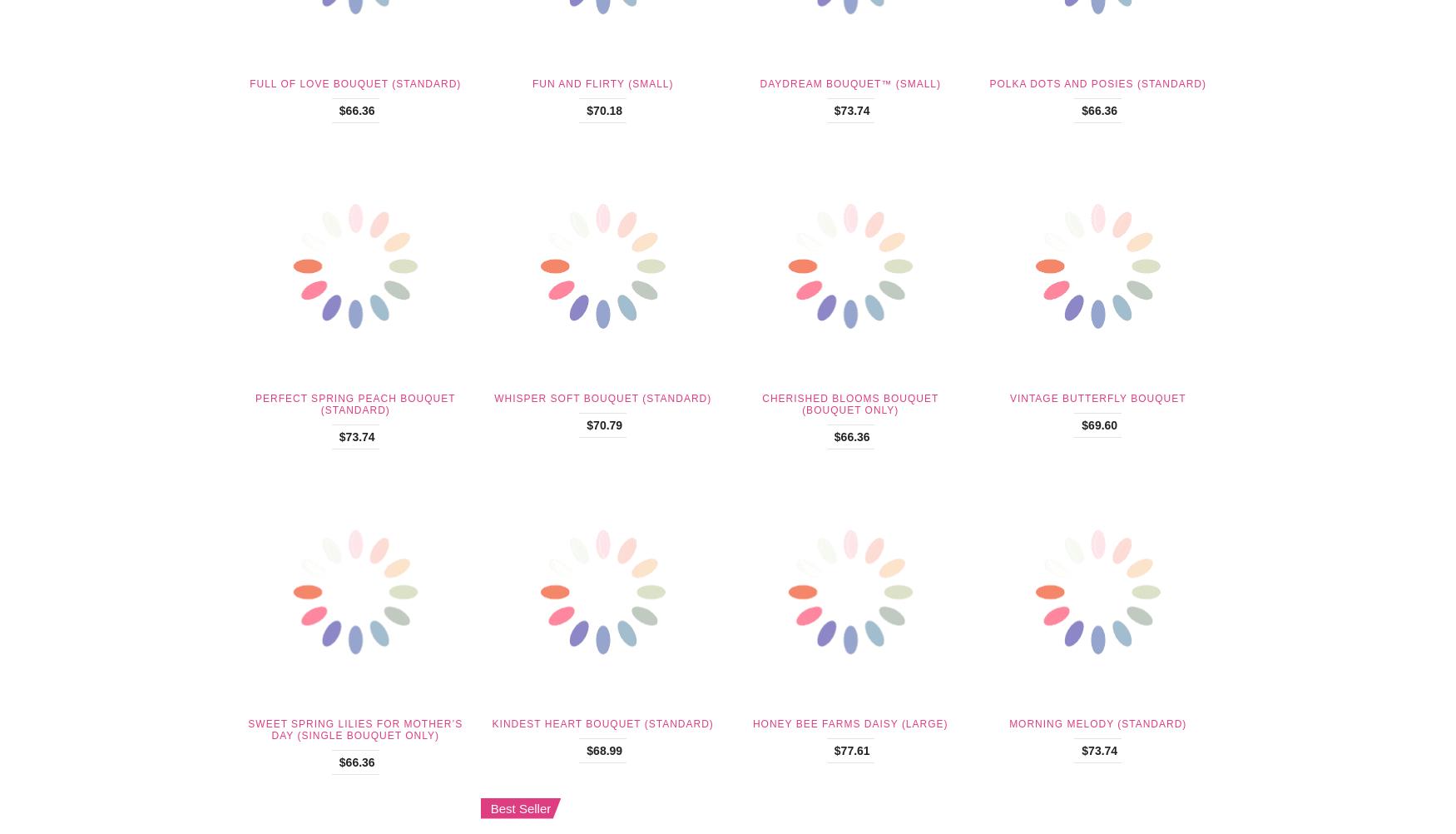 The width and height of the screenshot is (1456, 834). I want to click on 'Best Seller', so click(520, 807).